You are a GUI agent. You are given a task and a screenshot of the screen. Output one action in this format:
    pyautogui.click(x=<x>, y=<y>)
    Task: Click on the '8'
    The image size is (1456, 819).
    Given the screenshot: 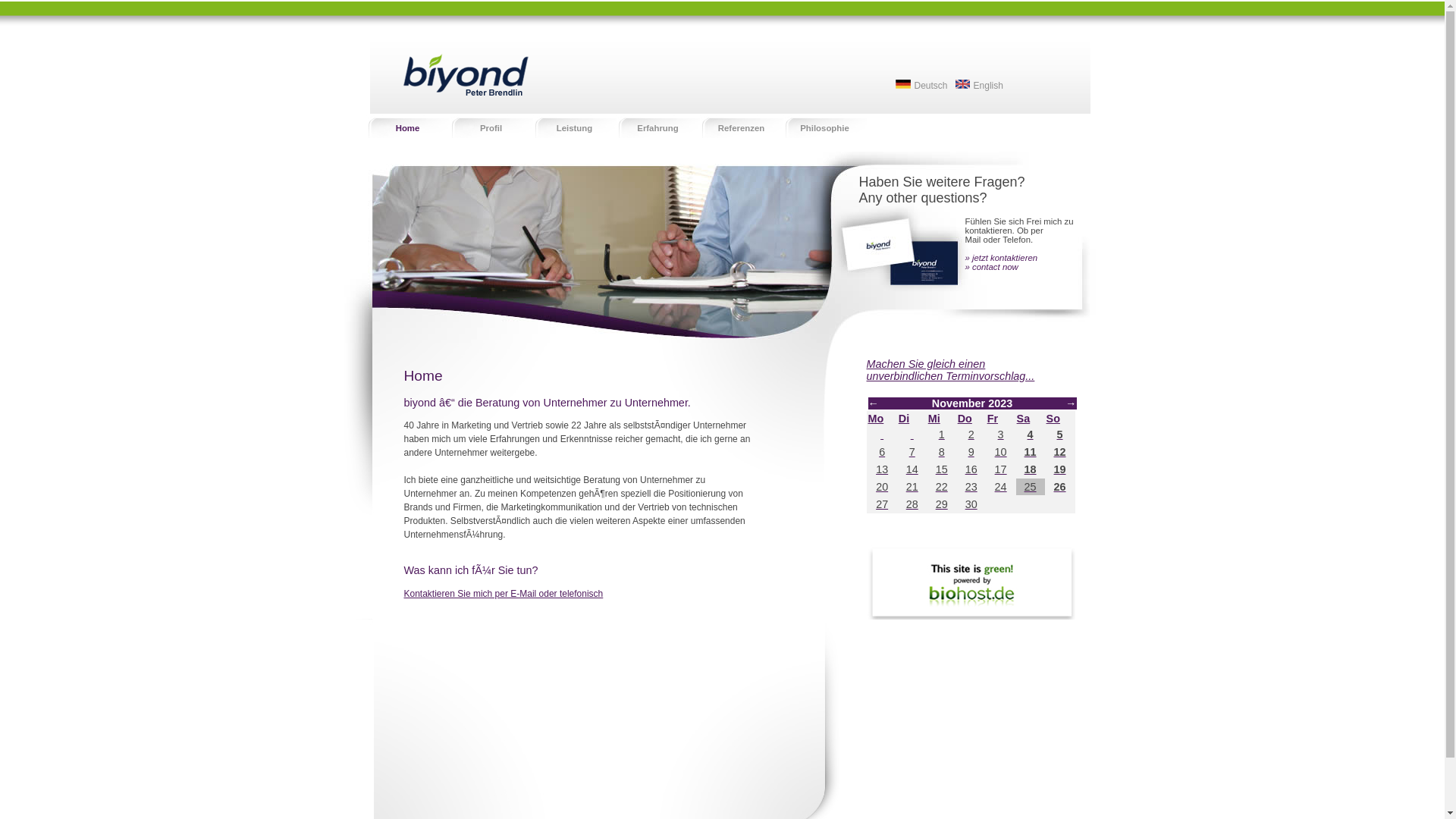 What is the action you would take?
    pyautogui.click(x=941, y=451)
    